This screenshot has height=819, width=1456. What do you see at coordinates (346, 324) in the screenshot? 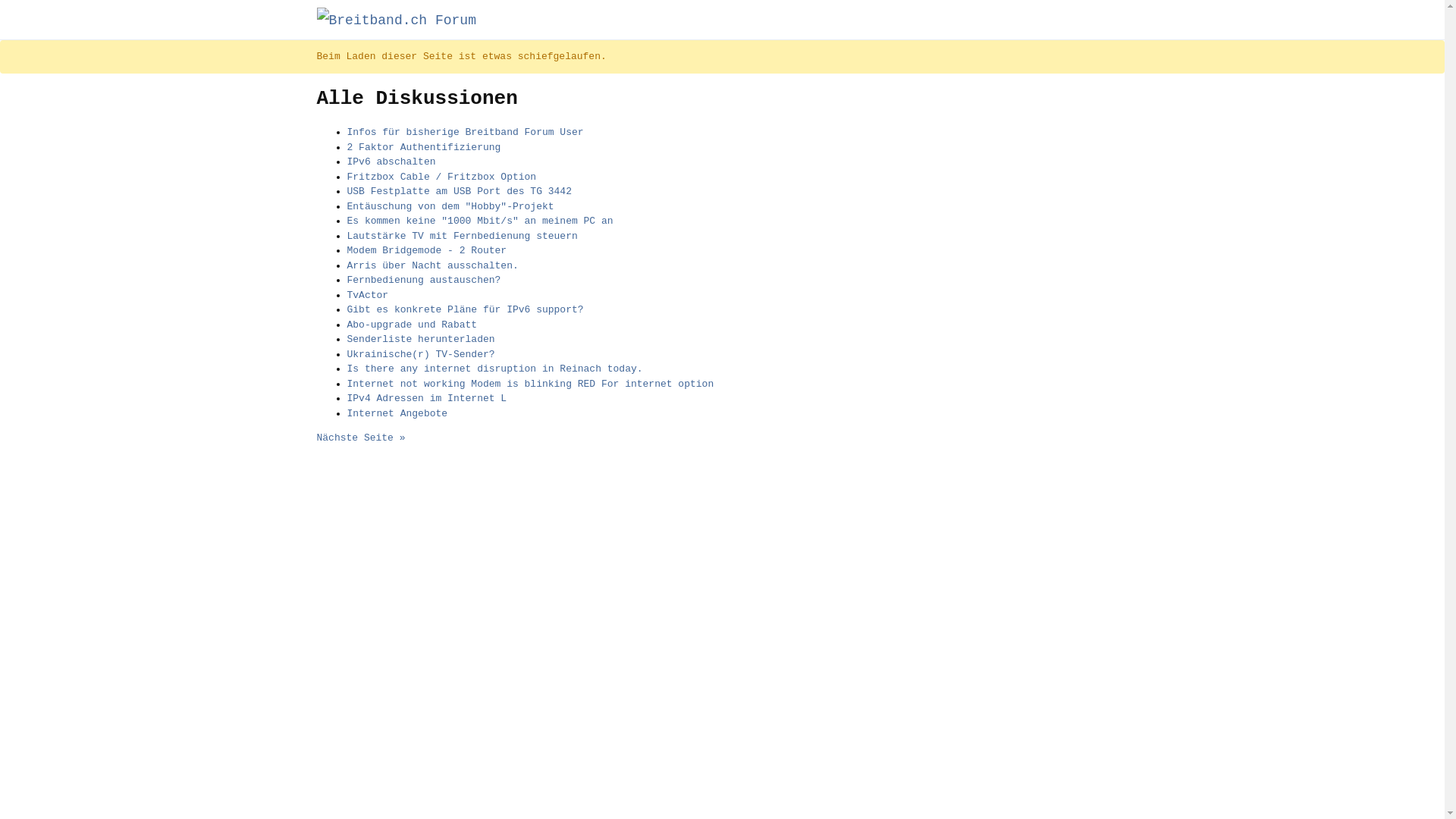
I see `'Abo-upgrade und Rabatt'` at bounding box center [346, 324].